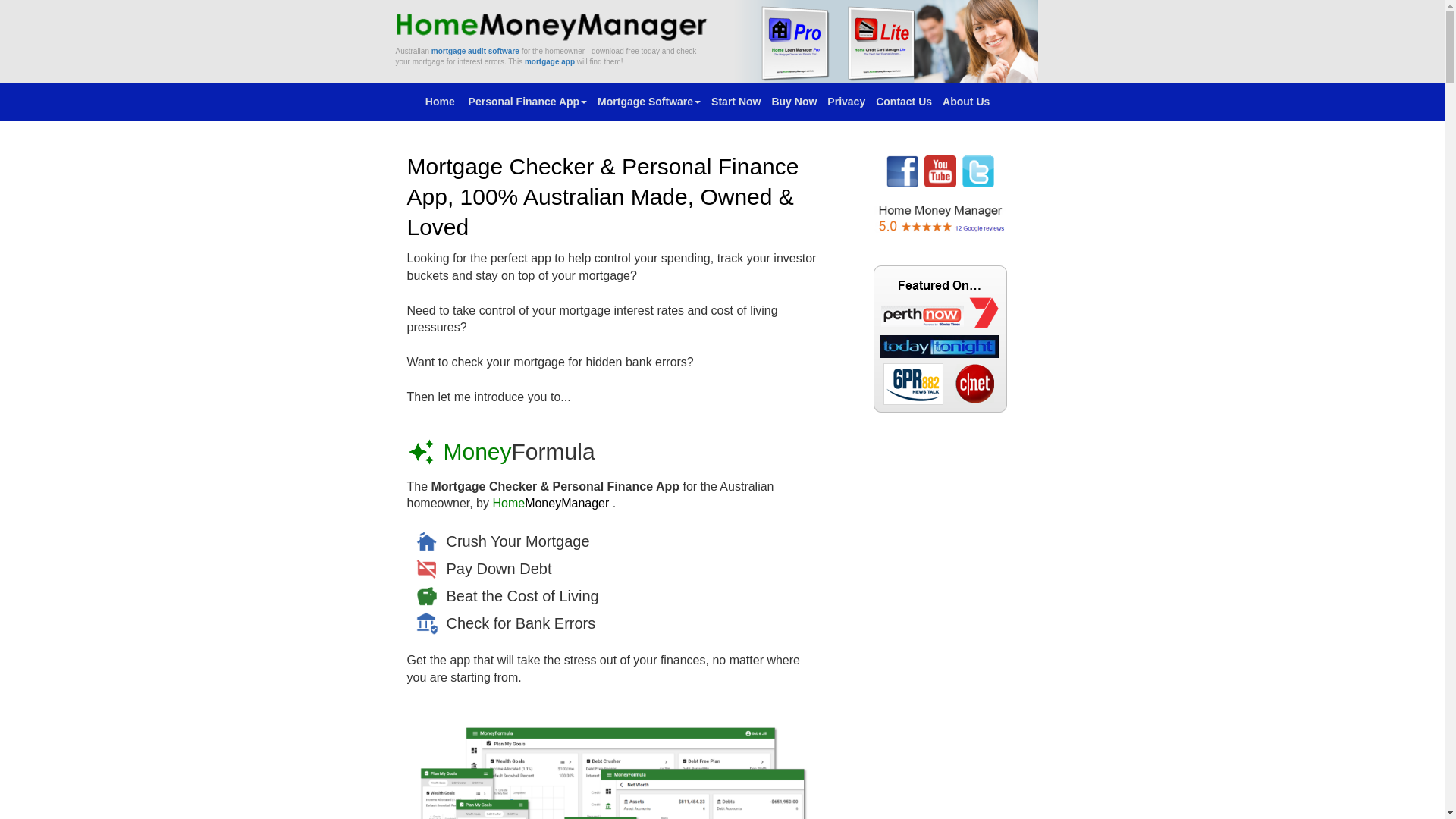 The width and height of the screenshot is (1456, 819). What do you see at coordinates (548, 61) in the screenshot?
I see `'mortgage app'` at bounding box center [548, 61].